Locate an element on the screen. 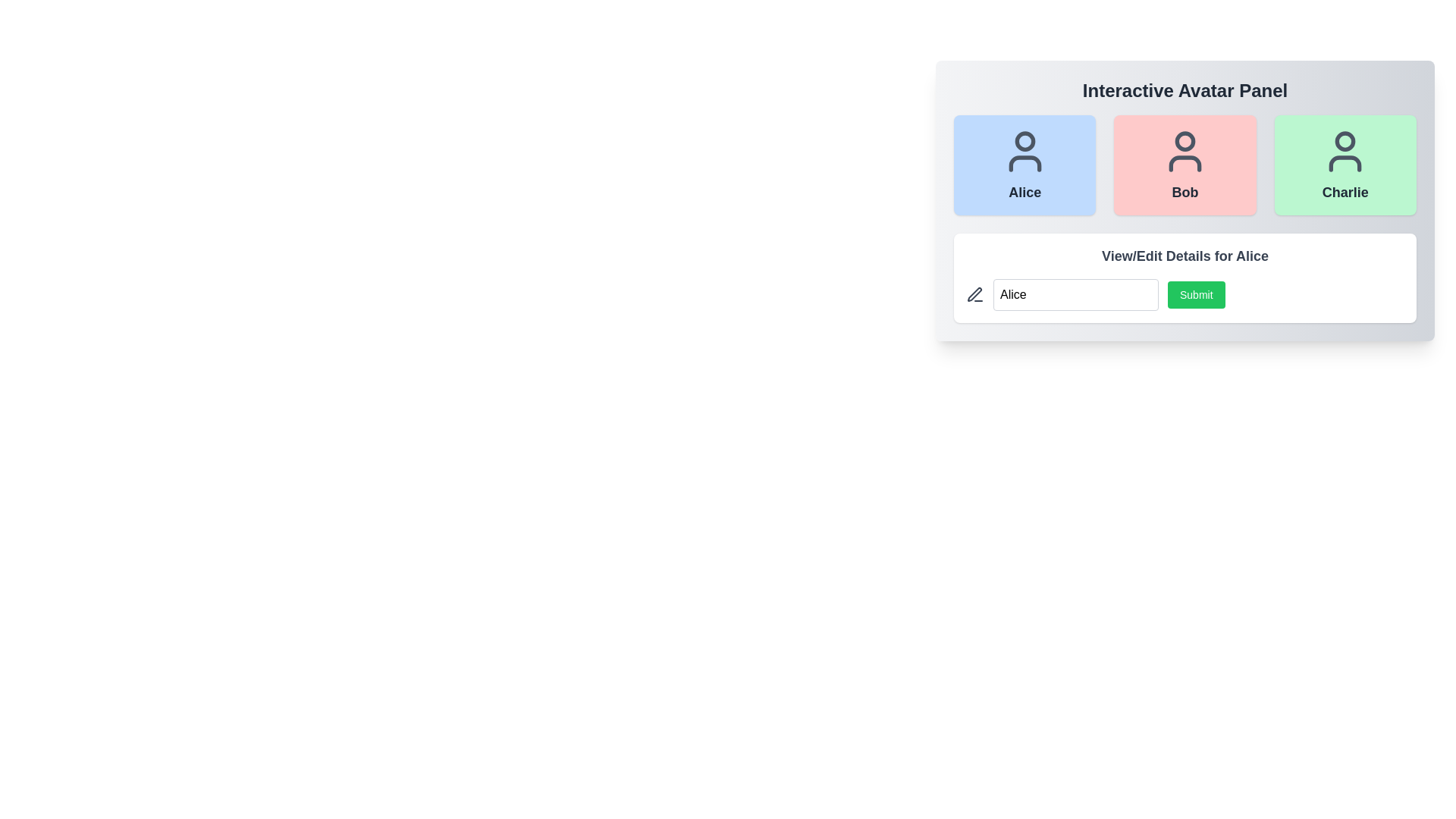 The width and height of the screenshot is (1456, 819). the text label 'Bob' which identifies the user in the middle card to focus on it is located at coordinates (1185, 192).